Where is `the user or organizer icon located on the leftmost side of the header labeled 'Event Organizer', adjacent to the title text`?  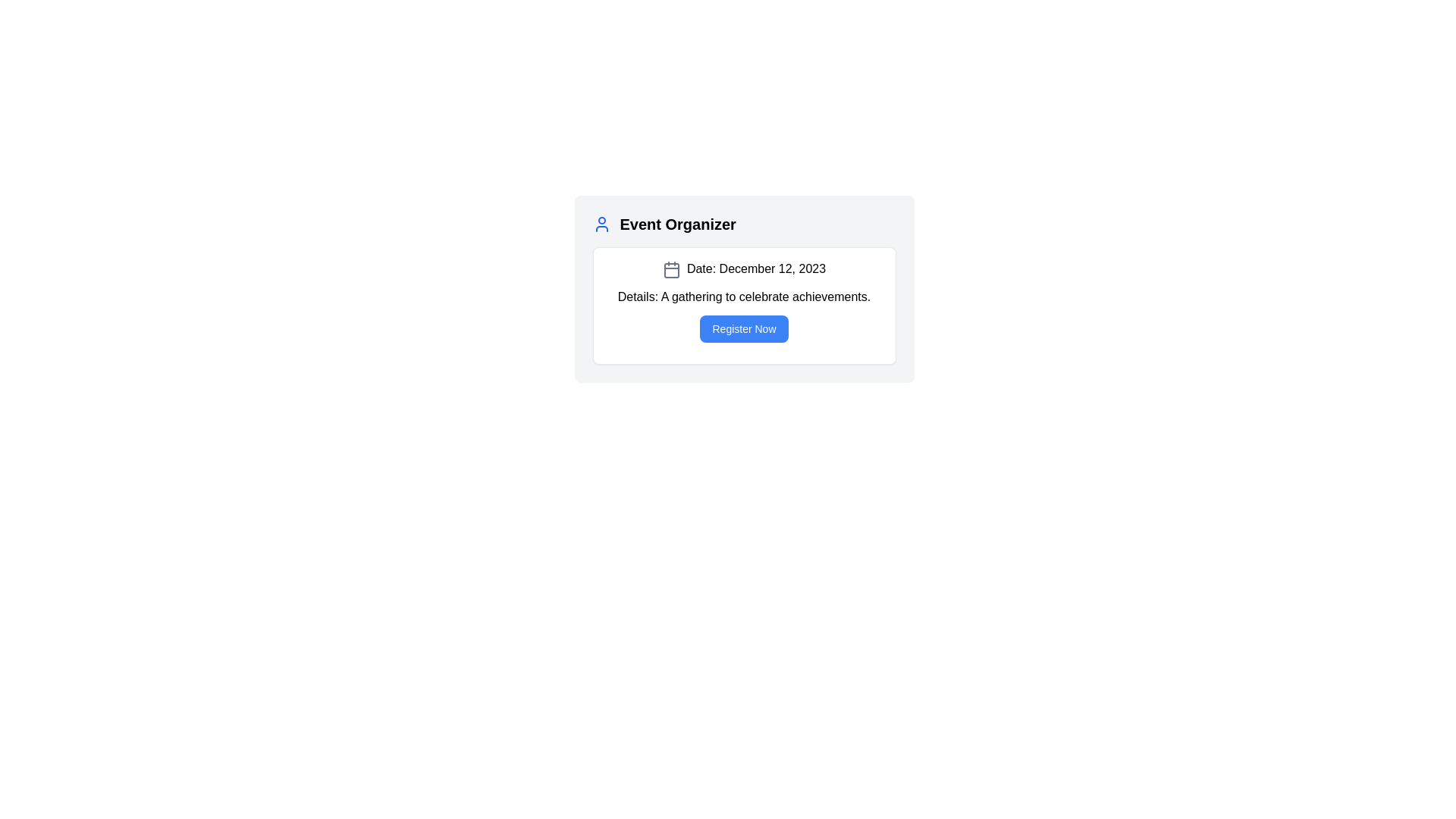 the user or organizer icon located on the leftmost side of the header labeled 'Event Organizer', adjacent to the title text is located at coordinates (601, 224).